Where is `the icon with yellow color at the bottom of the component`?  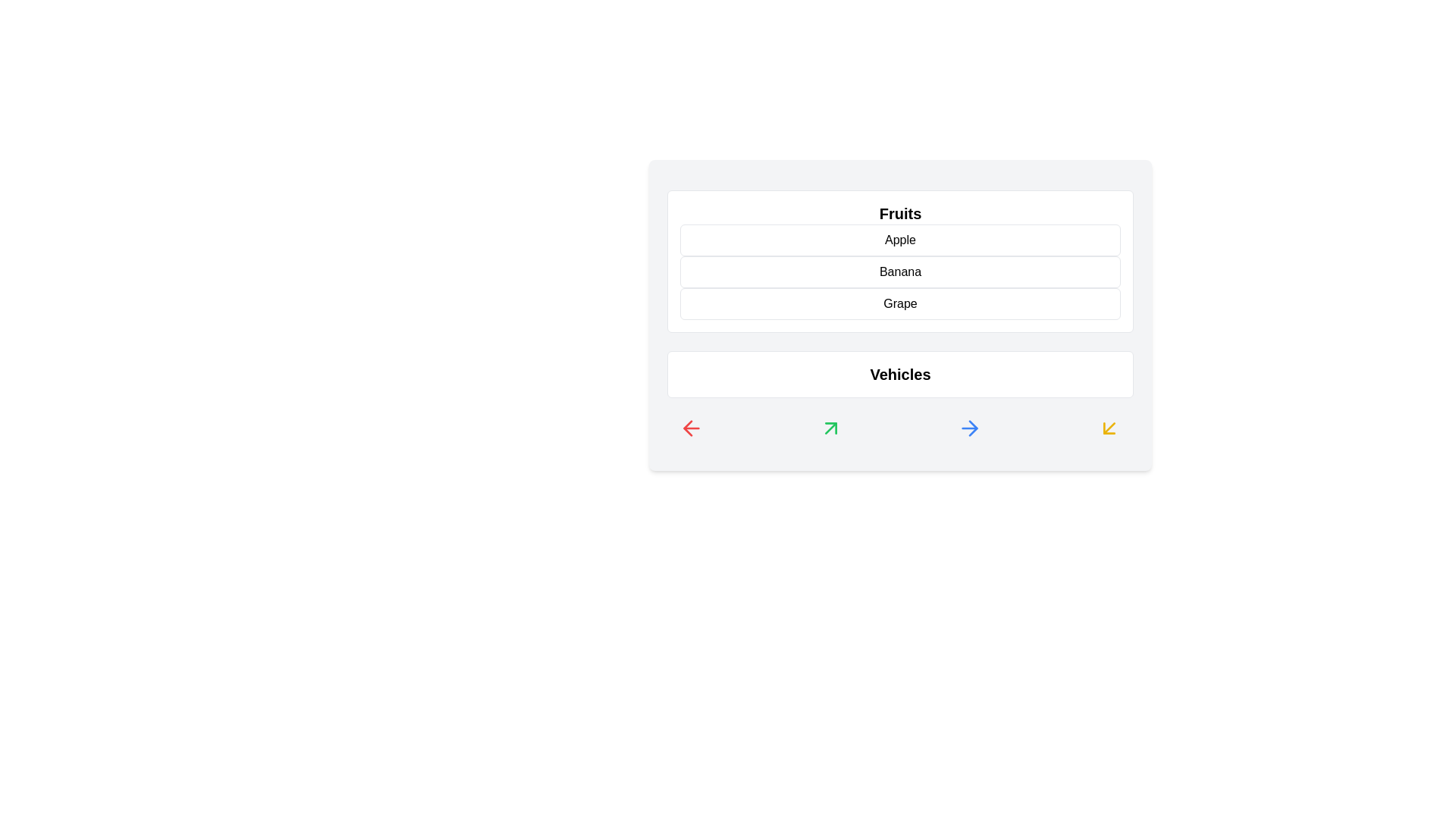 the icon with yellow color at the bottom of the component is located at coordinates (1109, 428).